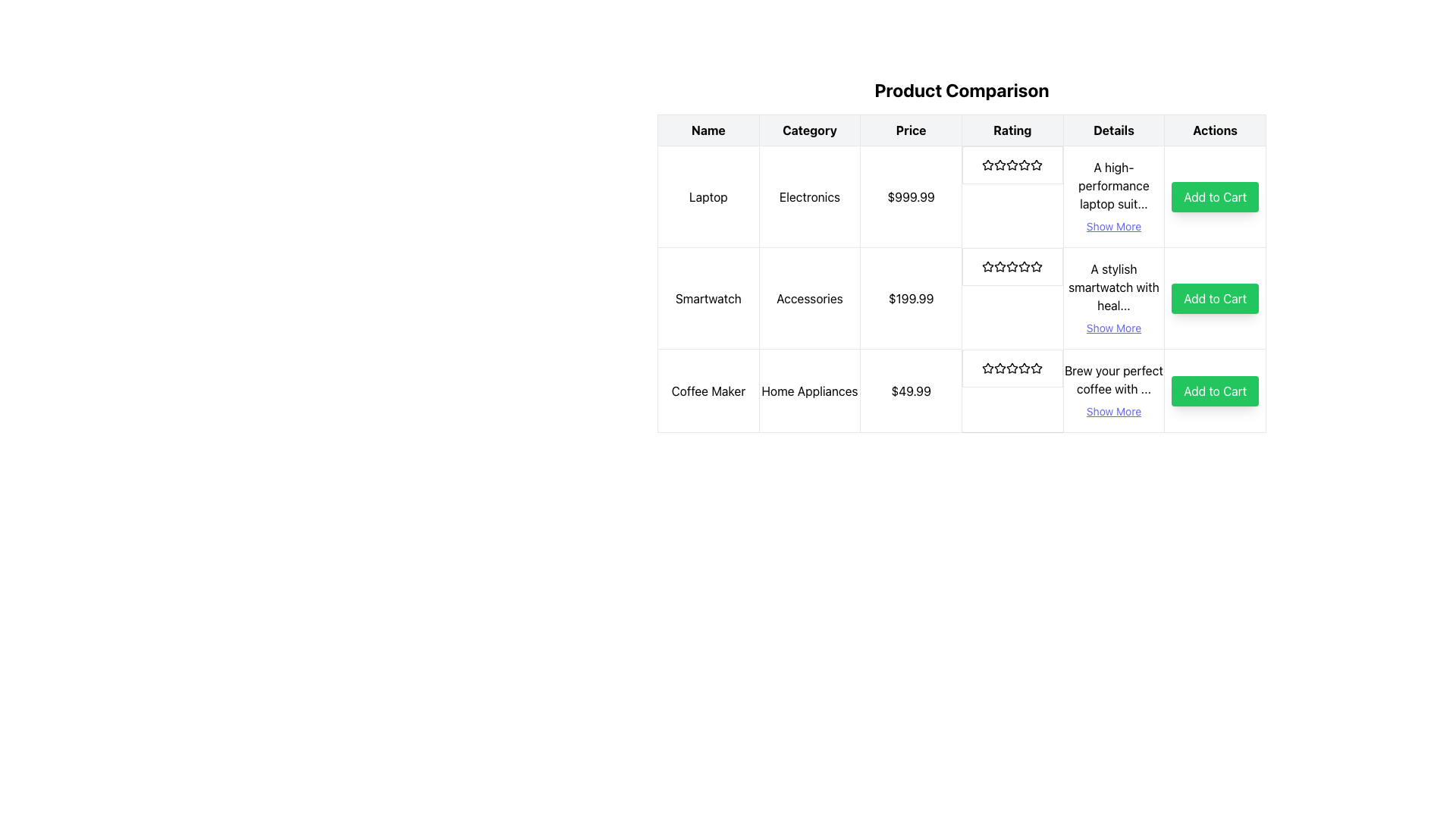 The height and width of the screenshot is (819, 1456). Describe the element at coordinates (1113, 390) in the screenshot. I see `the text block displaying the product description with the link labeled 'Show More'` at that location.